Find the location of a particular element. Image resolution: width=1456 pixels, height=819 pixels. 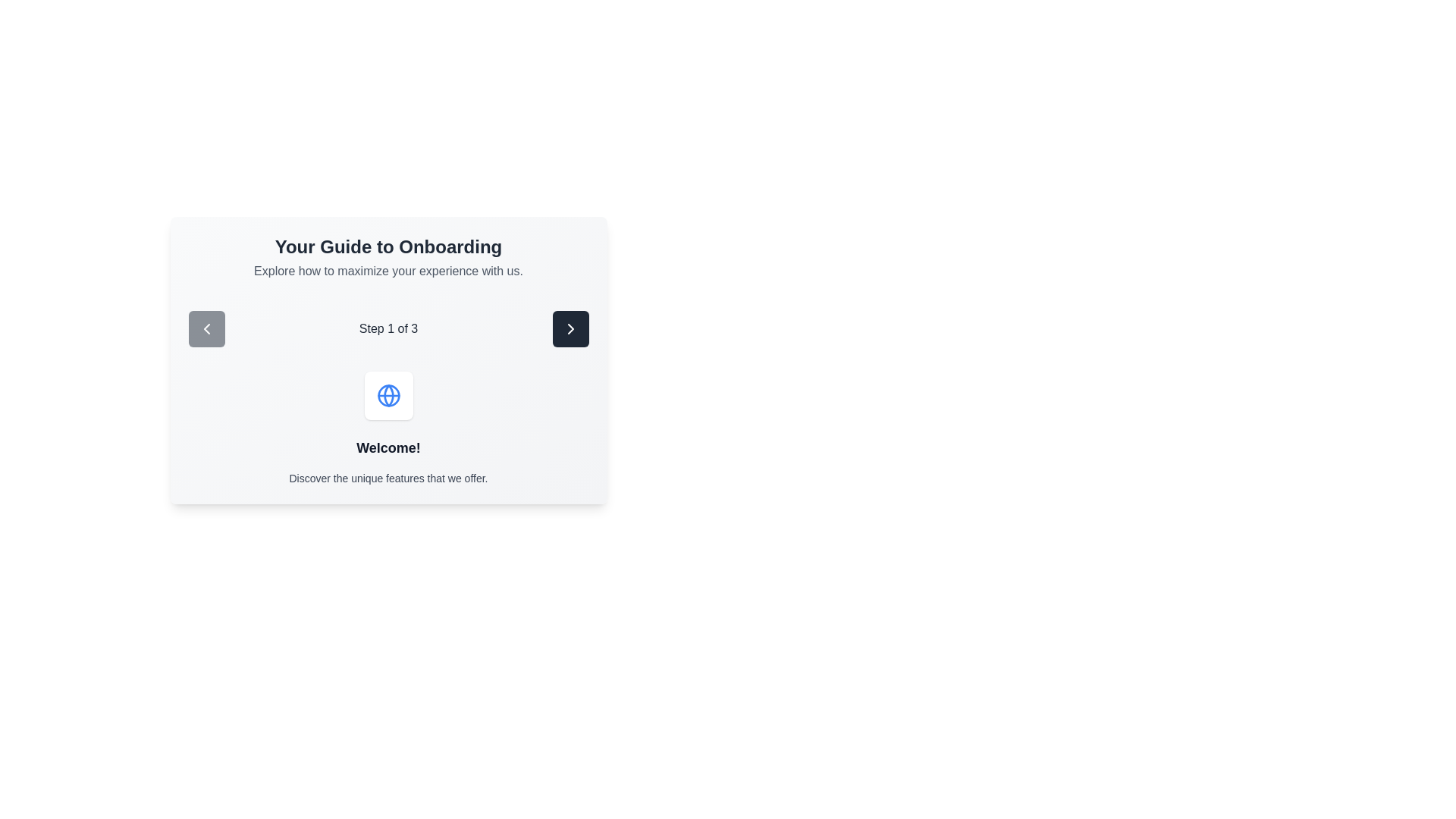

the text label indicating the current step number in the multi-step navigation process, which is centrally positioned between the back button and the next button is located at coordinates (388, 328).